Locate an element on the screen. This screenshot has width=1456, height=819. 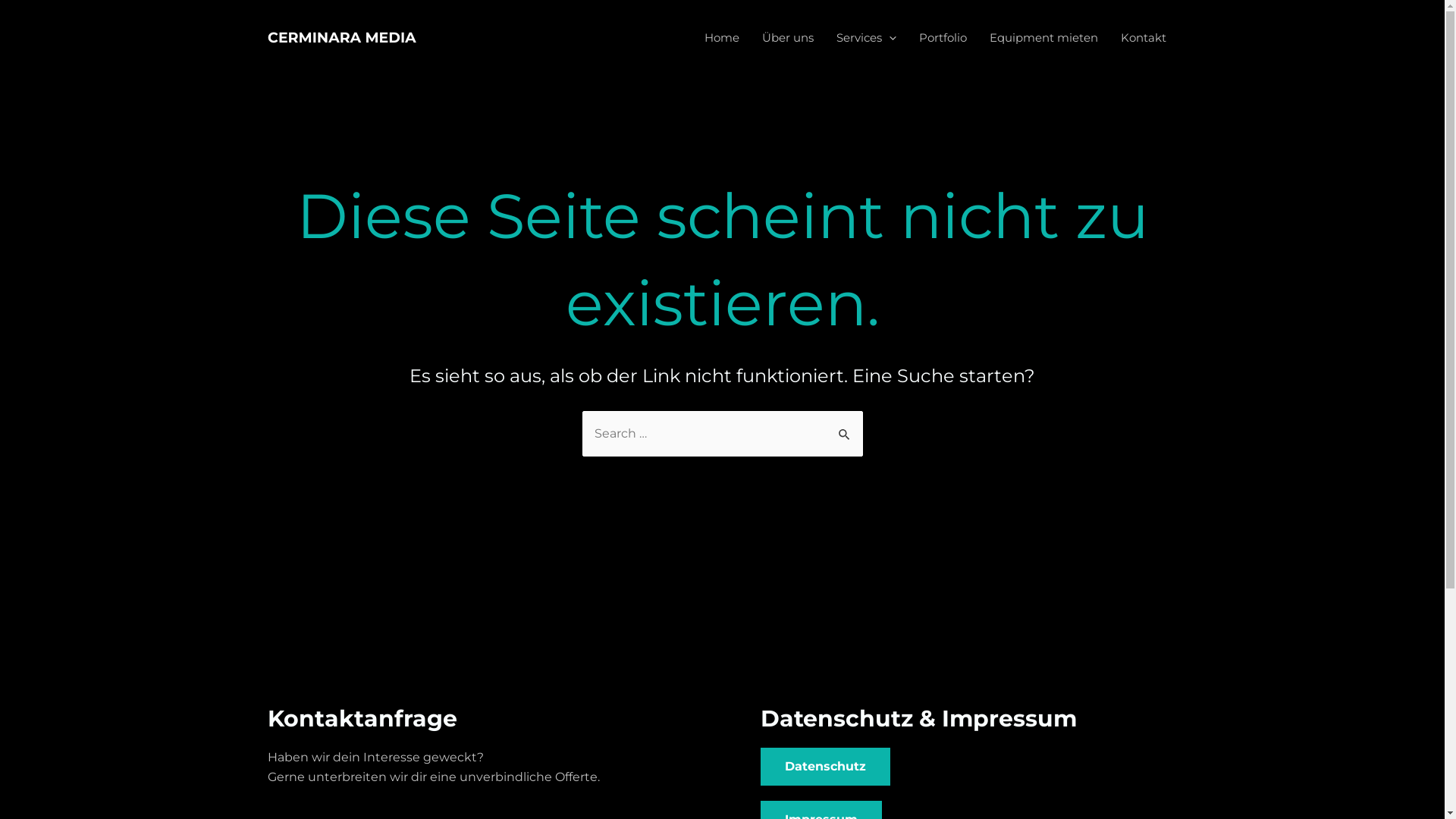
'Portfolio' is located at coordinates (941, 37).